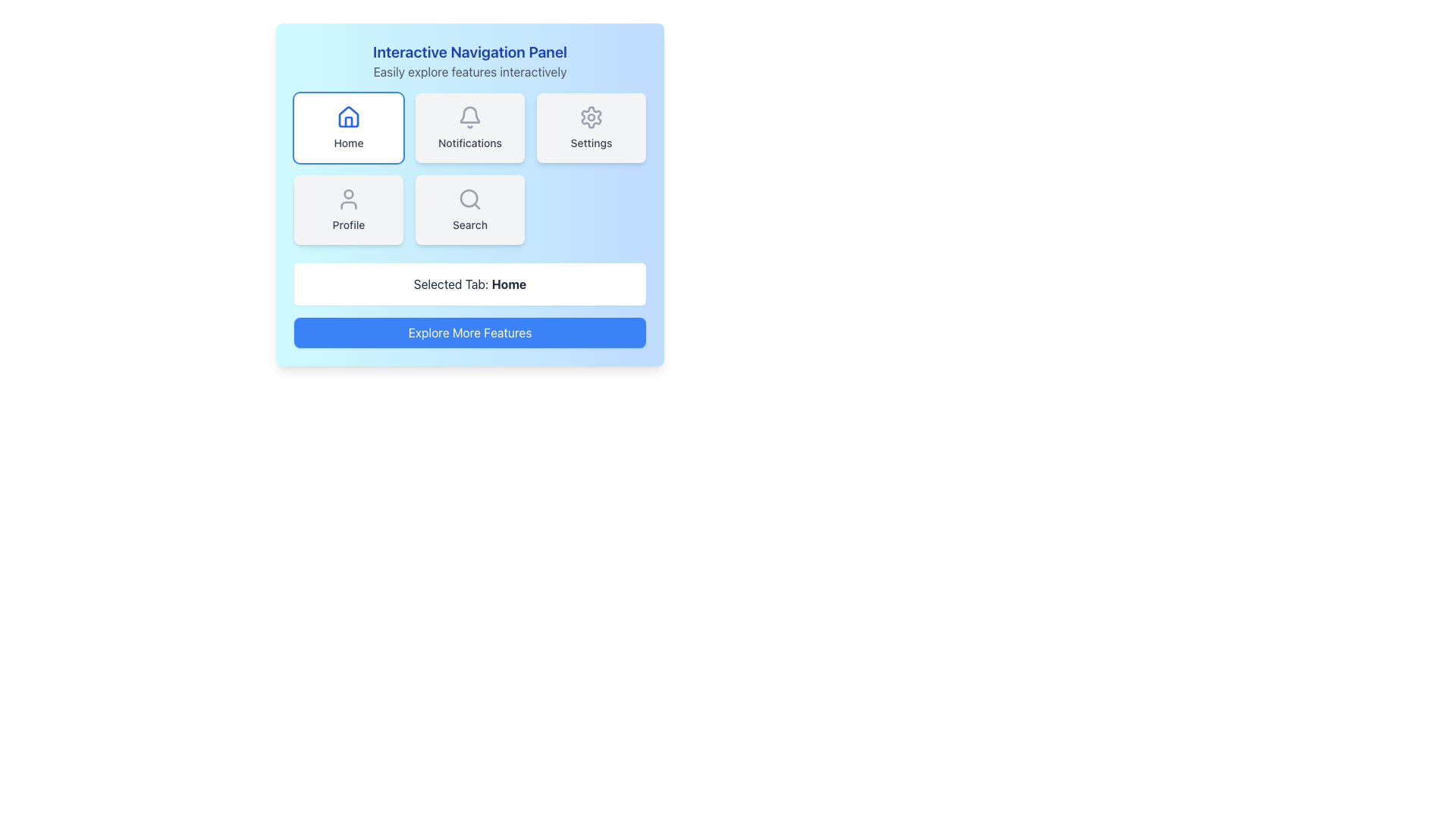 The width and height of the screenshot is (1456, 819). What do you see at coordinates (468, 197) in the screenshot?
I see `decorative circular vector element representing the lens of the search icon located at the bottom-right portion of the main button layout using developer tools` at bounding box center [468, 197].